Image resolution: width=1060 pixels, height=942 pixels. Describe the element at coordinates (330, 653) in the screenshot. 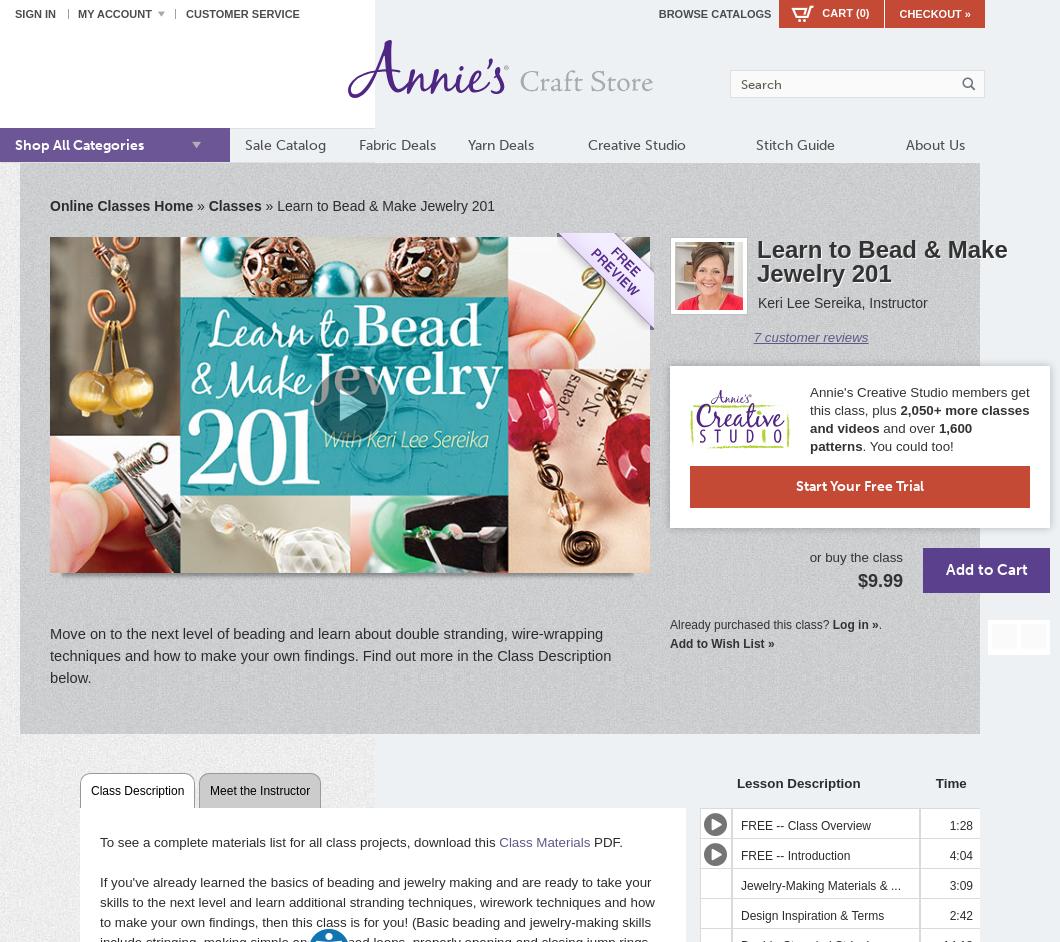

I see `'Move on to the next level of beading and learn about double stranding, wire-wrapping techniques and how to make your own findings. Find out more in the Class Description below.'` at that location.